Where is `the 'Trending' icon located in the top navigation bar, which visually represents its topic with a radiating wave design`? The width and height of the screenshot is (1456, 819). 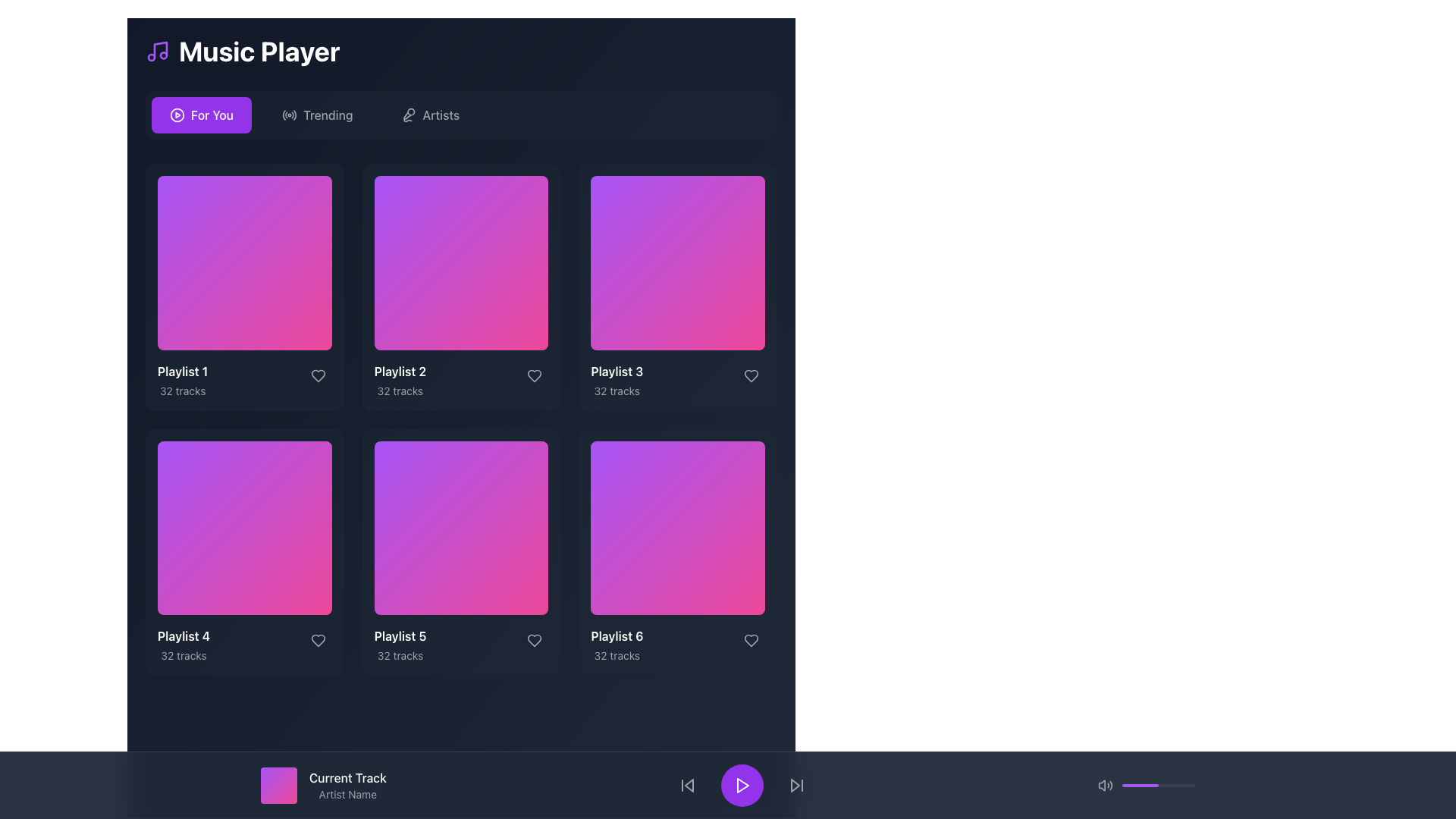
the 'Trending' icon located in the top navigation bar, which visually represents its topic with a radiating wave design is located at coordinates (290, 114).